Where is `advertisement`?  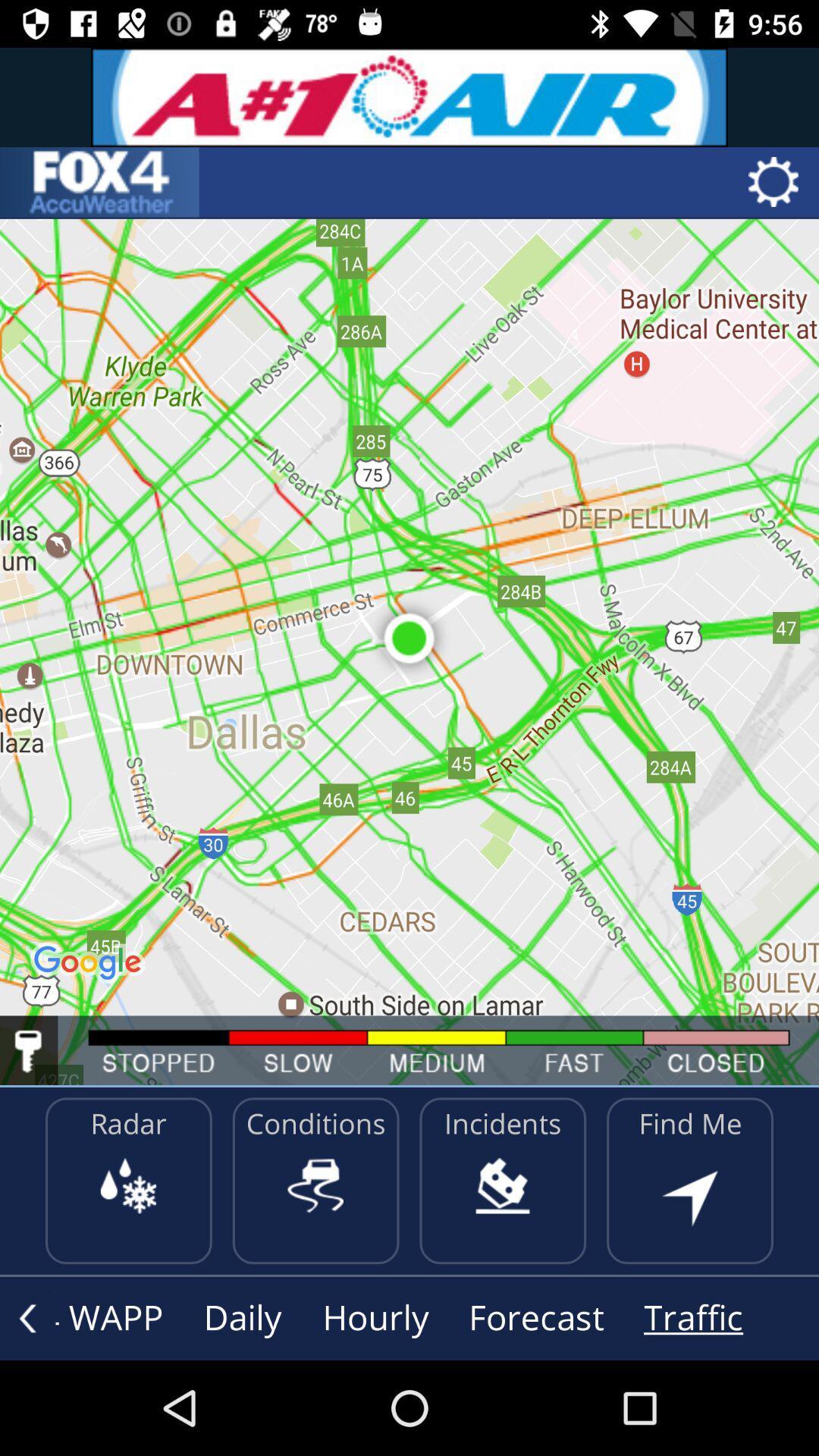
advertisement is located at coordinates (409, 96).